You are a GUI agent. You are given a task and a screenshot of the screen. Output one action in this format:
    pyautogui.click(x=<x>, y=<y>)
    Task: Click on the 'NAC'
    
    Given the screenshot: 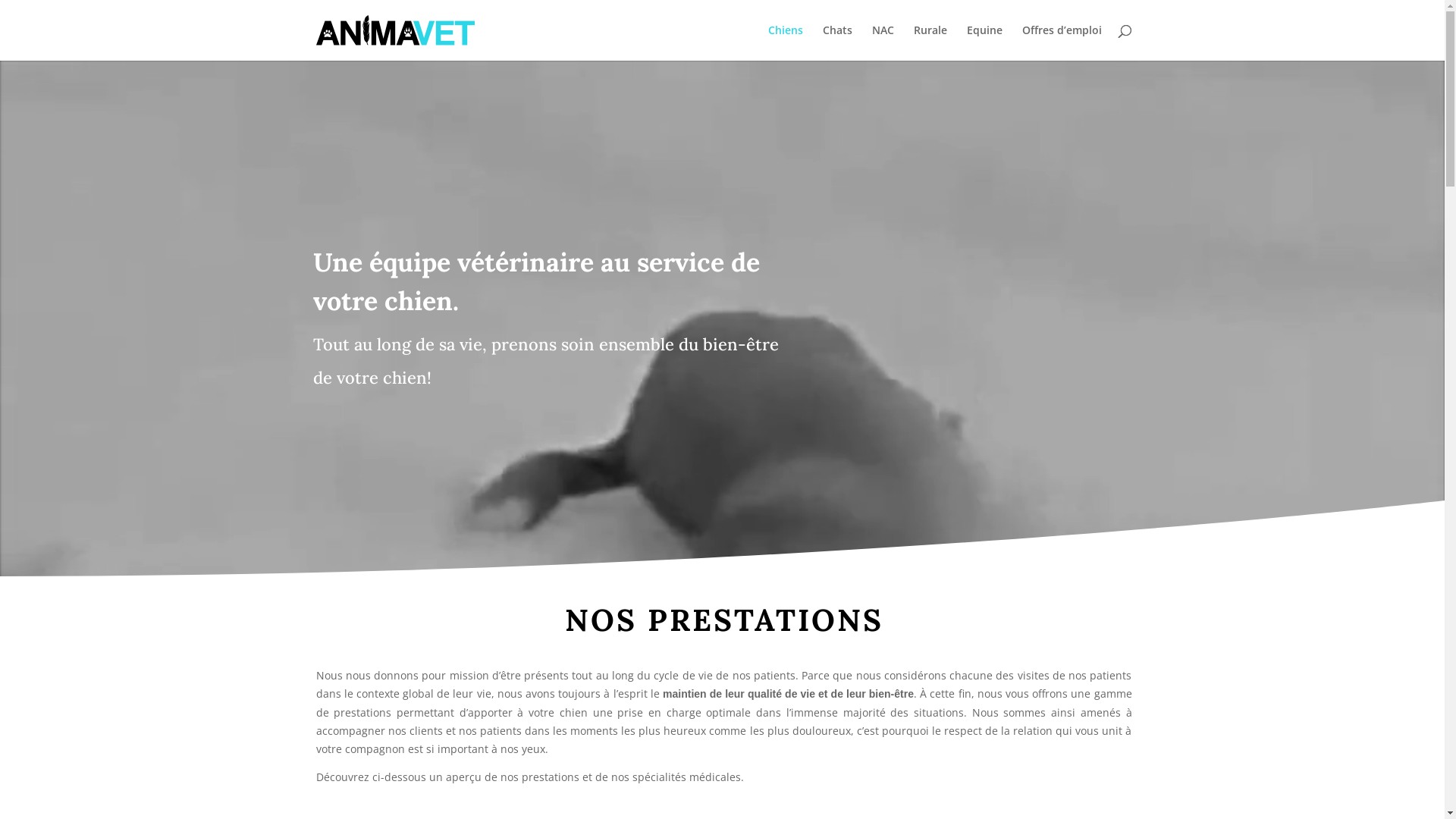 What is the action you would take?
    pyautogui.click(x=872, y=42)
    